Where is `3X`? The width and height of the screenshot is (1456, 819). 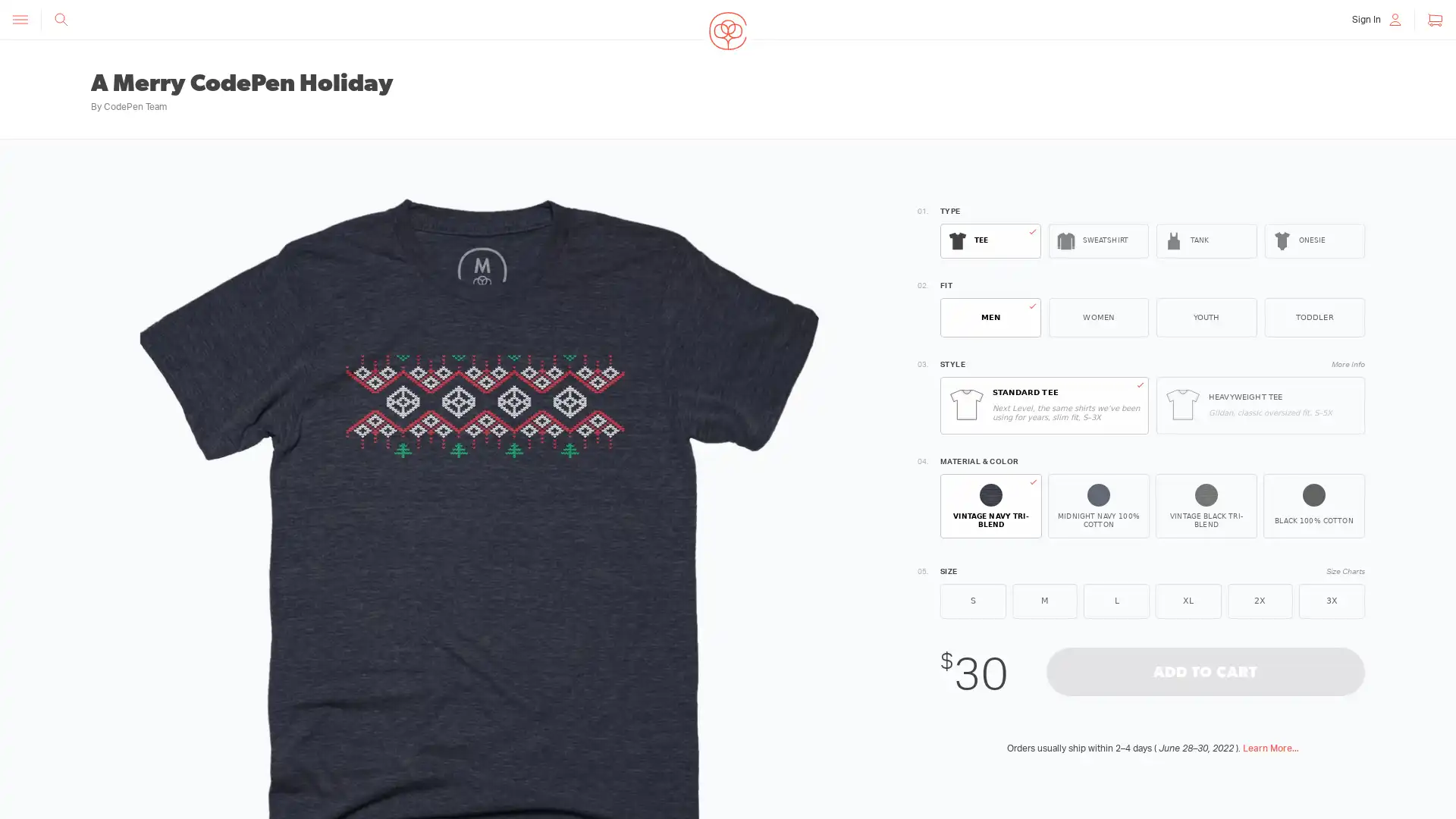 3X is located at coordinates (1331, 599).